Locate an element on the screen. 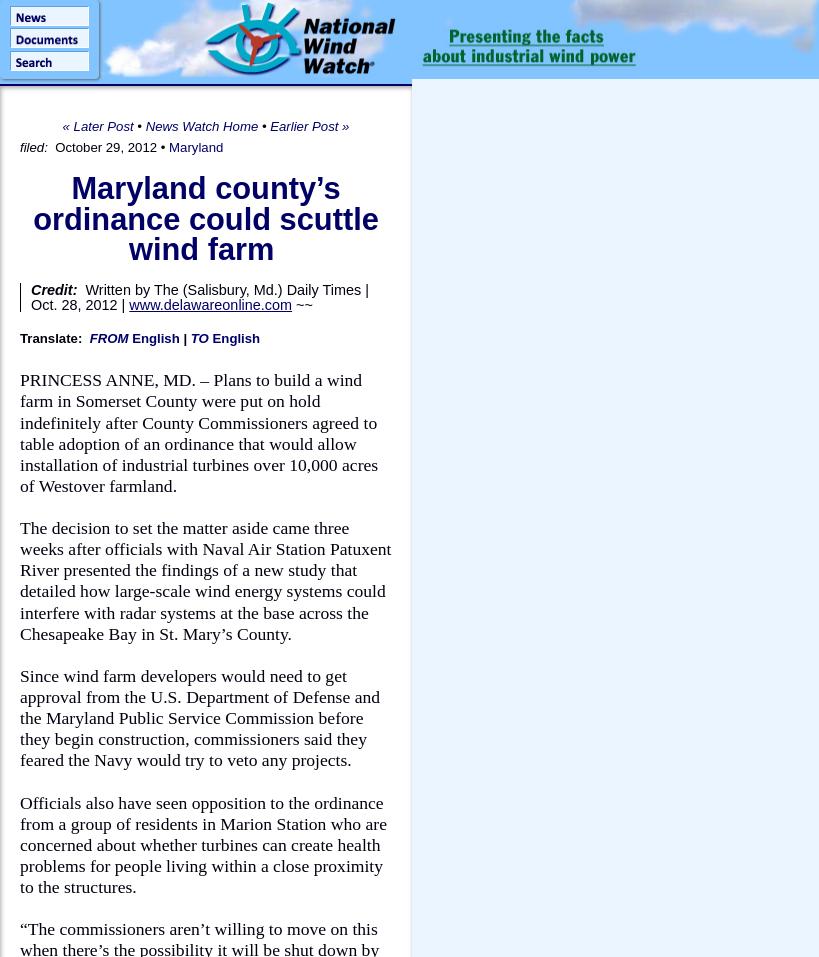 The image size is (819, 957). 'Credit:' is located at coordinates (55, 289).